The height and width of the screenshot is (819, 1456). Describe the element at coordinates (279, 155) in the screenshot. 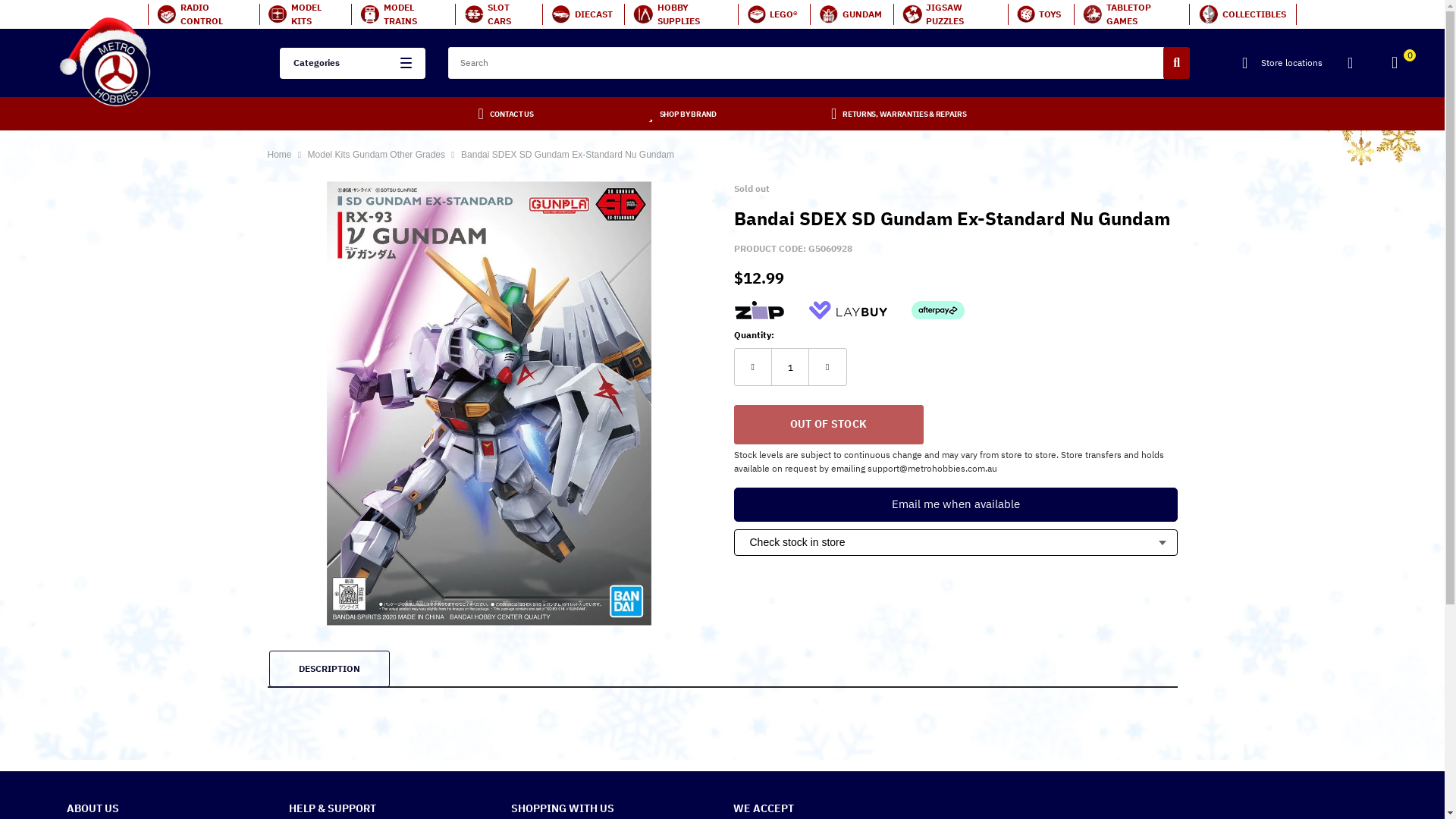

I see `'Home'` at that location.